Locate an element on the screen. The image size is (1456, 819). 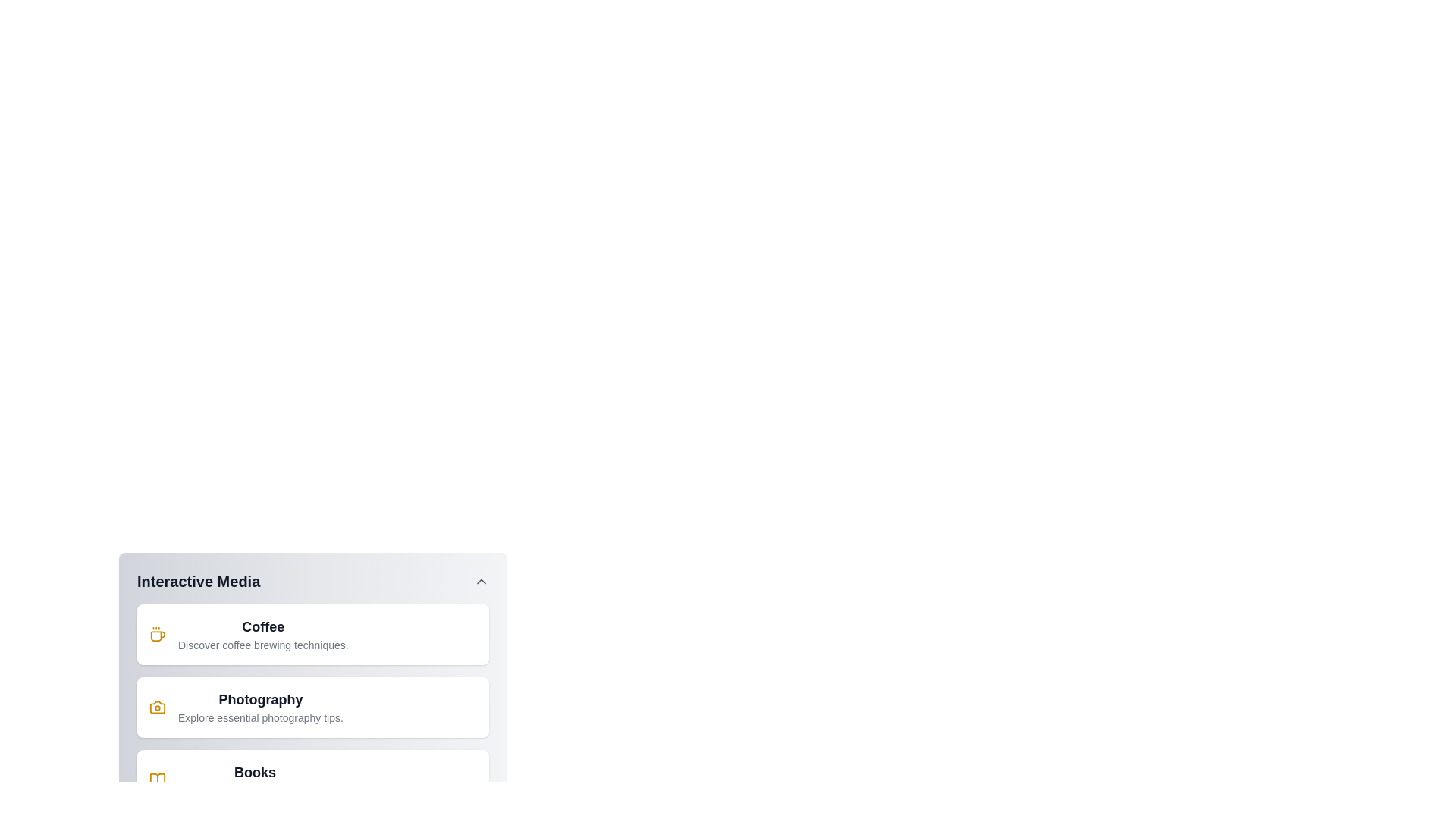
the menu item Photography is located at coordinates (312, 708).